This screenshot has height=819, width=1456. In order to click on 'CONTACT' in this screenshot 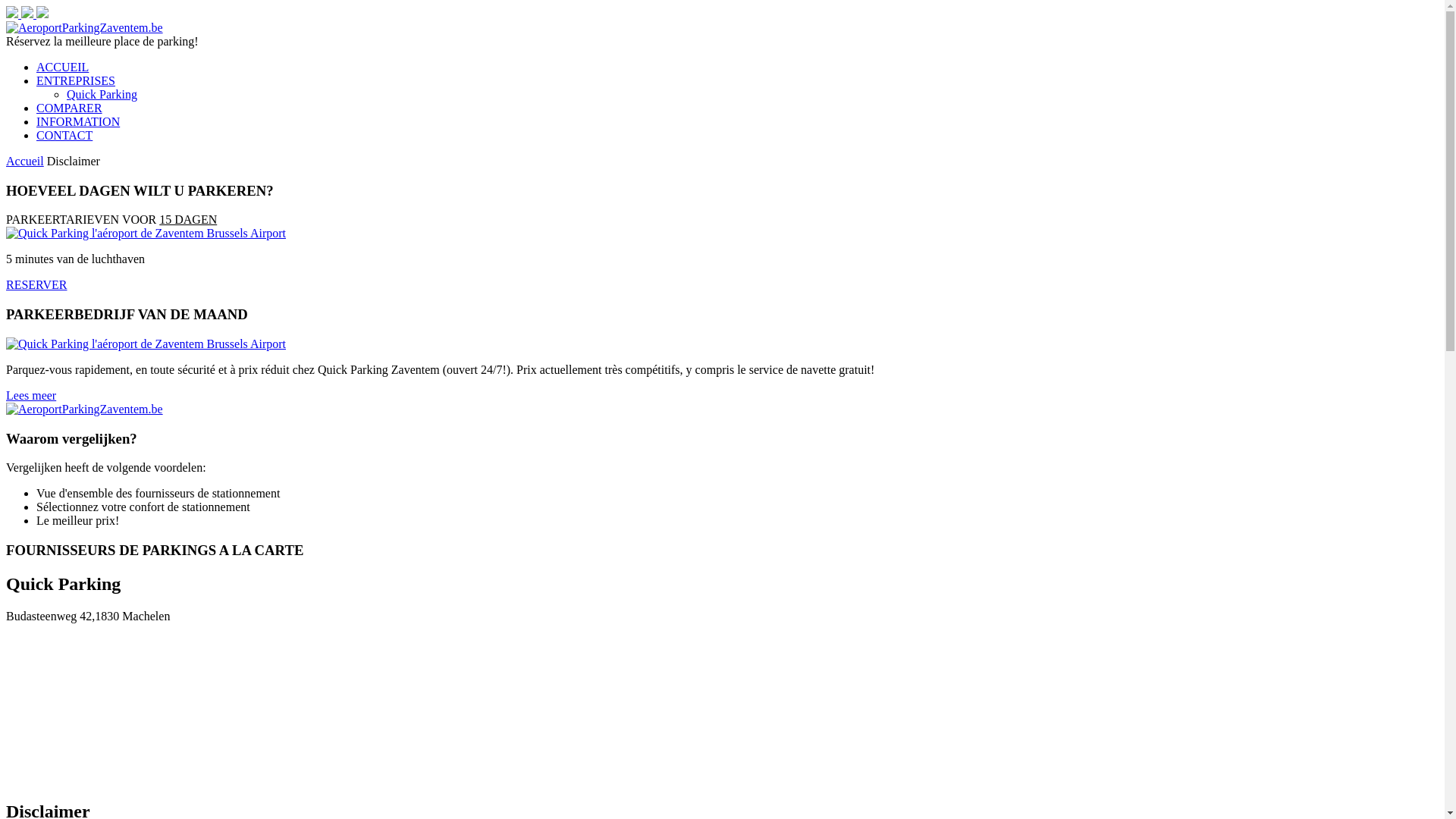, I will do `click(64, 134)`.